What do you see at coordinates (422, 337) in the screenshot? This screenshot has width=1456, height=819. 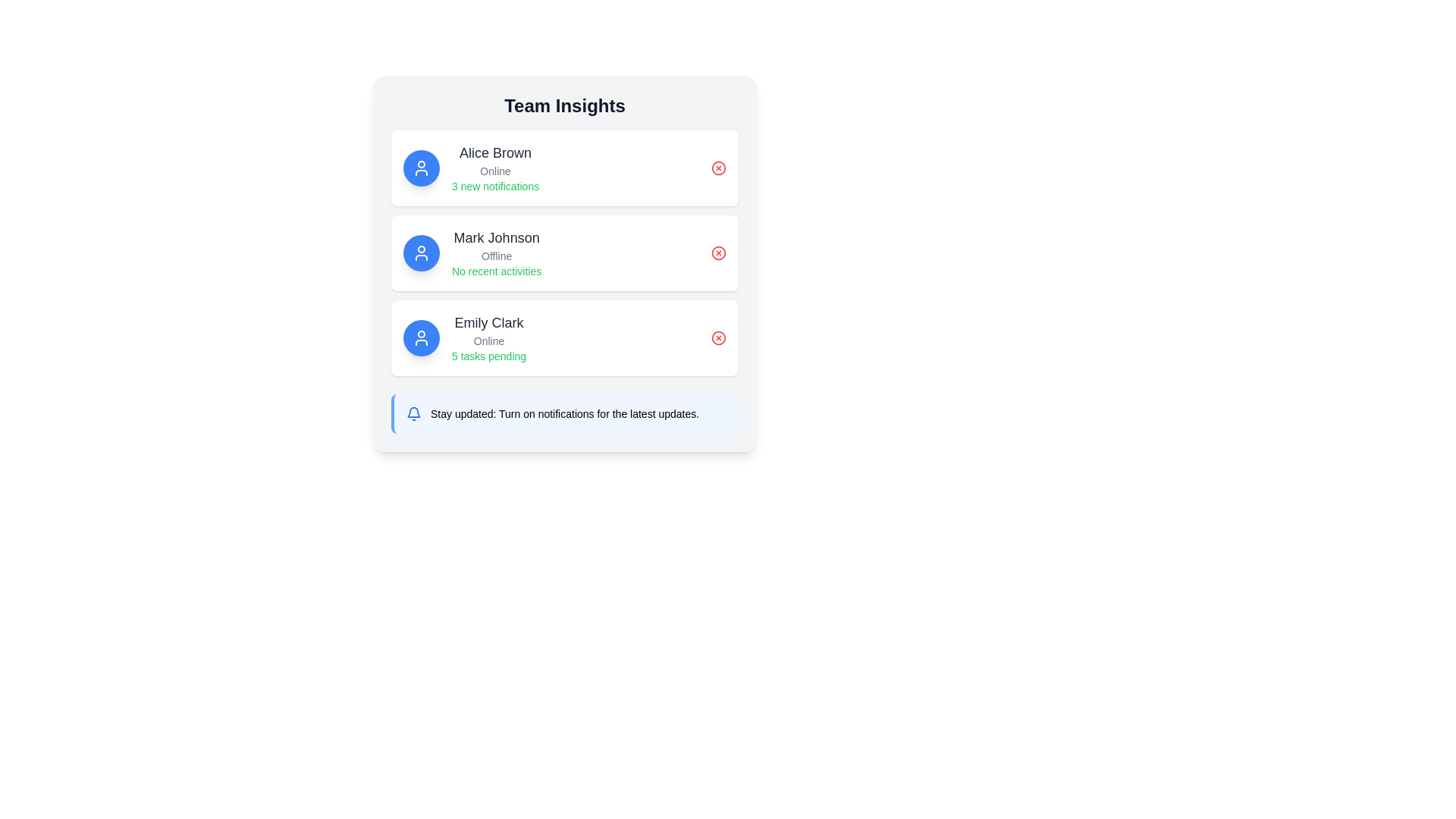 I see `the circular blue icon placeholder with a white user silhouette representing 'Emily Clark' in the third group under 'Team Insights'` at bounding box center [422, 337].